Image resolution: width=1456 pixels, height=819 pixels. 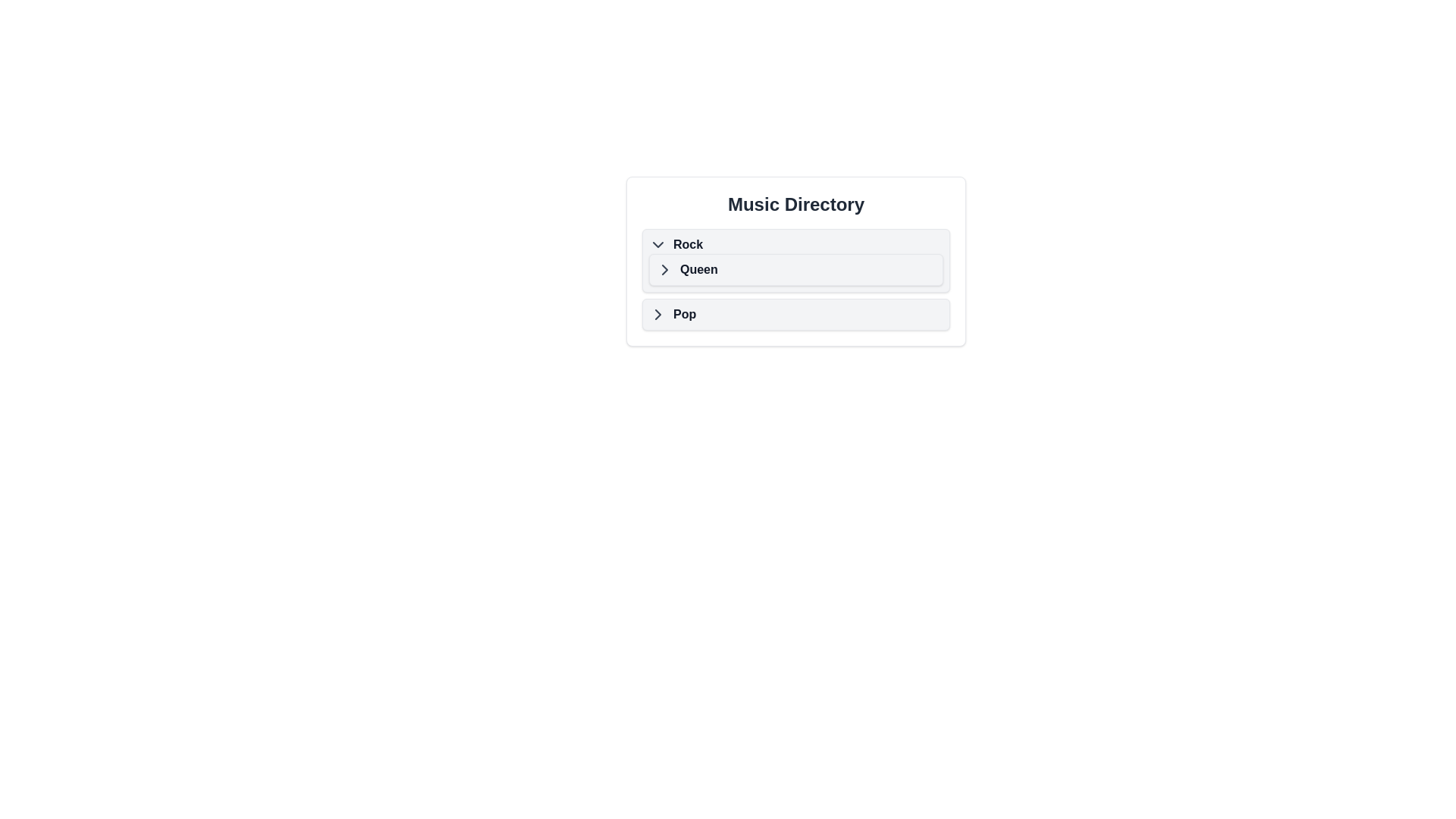 I want to click on the downward-facing chevron icon located to the left of the text 'Rock' for a visual cue, so click(x=658, y=244).